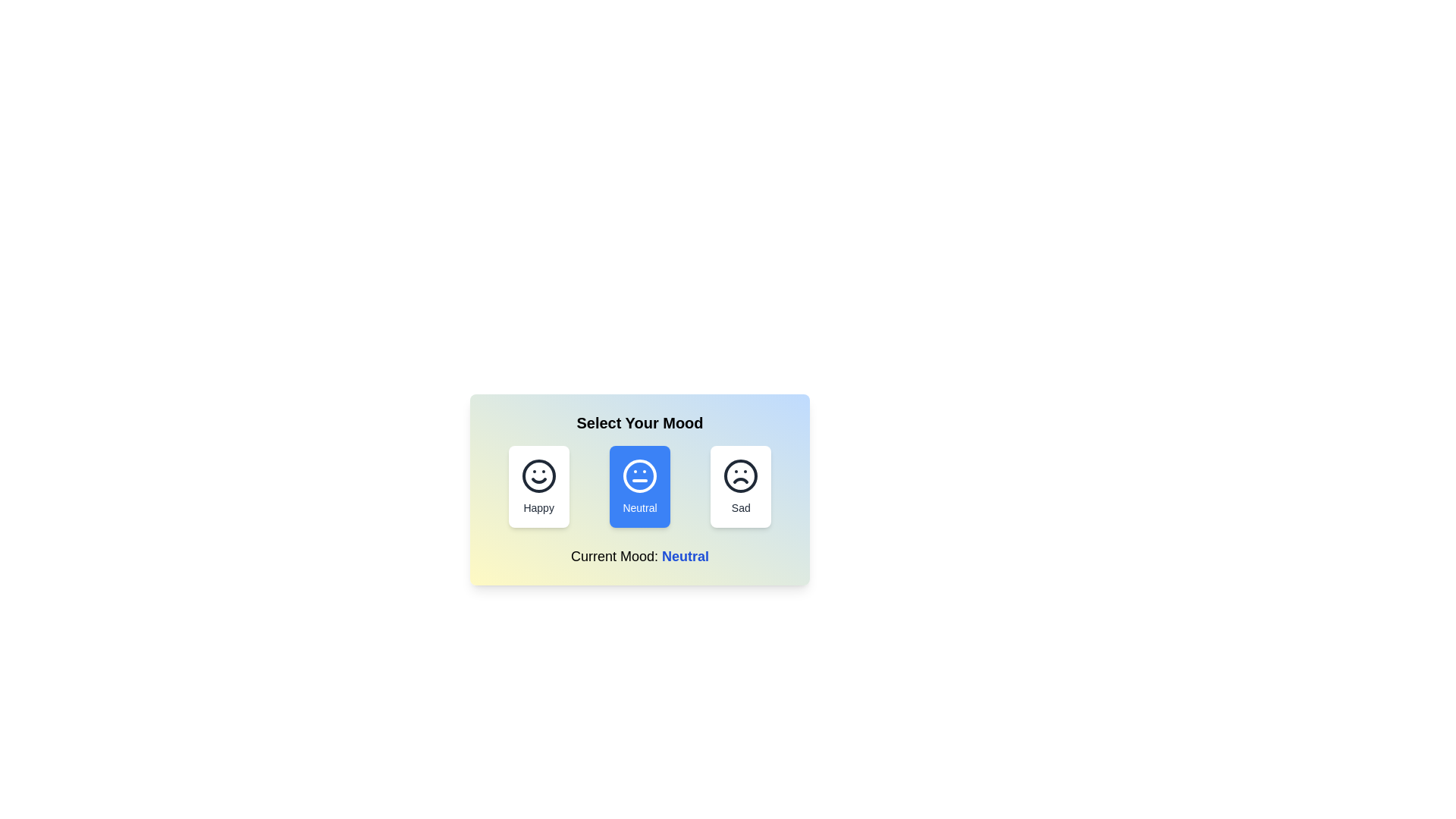 Image resolution: width=1456 pixels, height=819 pixels. I want to click on the mood button corresponding to Happy, so click(538, 486).